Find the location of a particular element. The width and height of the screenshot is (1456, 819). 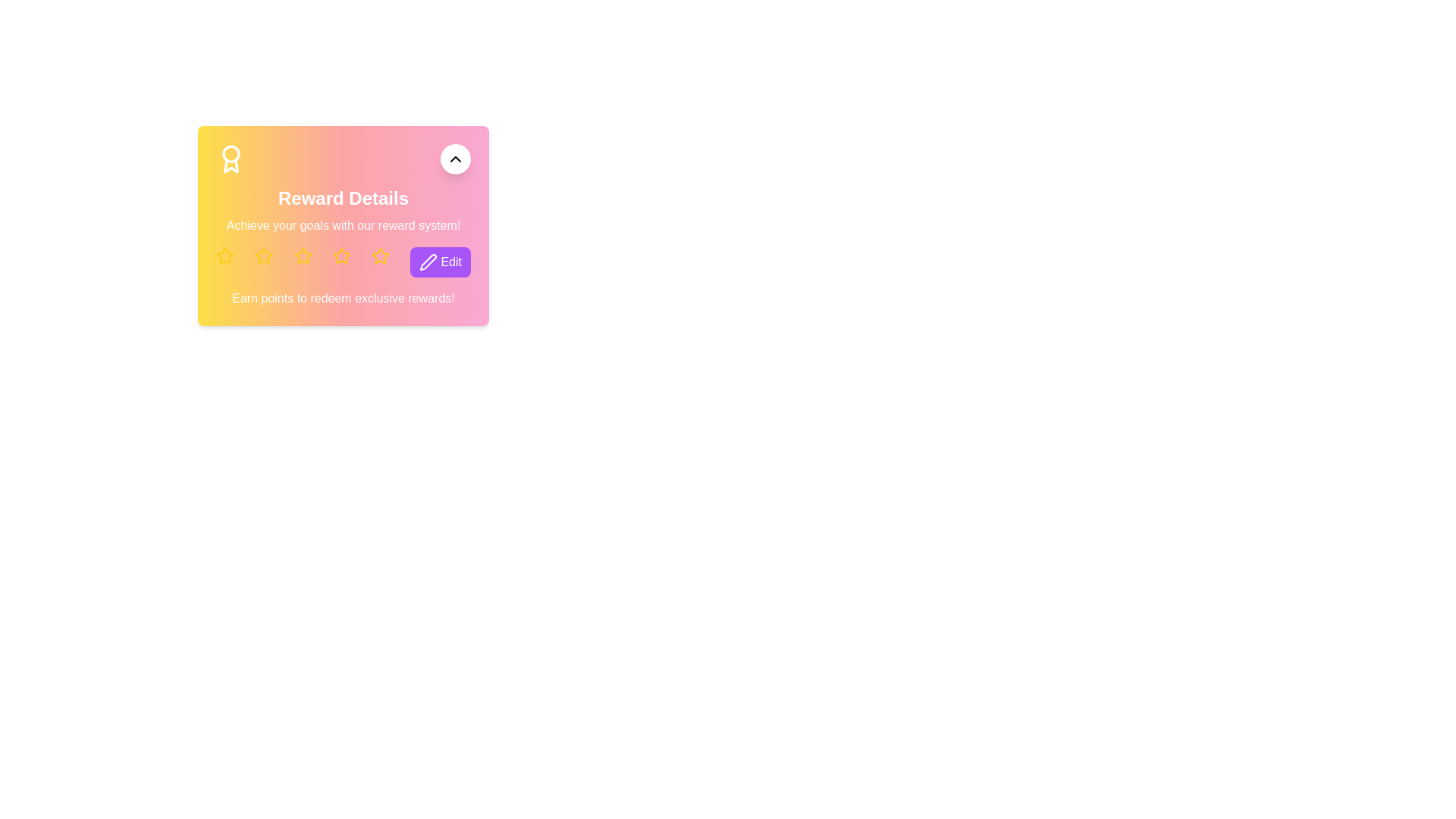

the 'Reward Details' Text Label, which is displayed in a bold, large white font with a gradient background transitioning from yellow to pink, positioned below the header section is located at coordinates (342, 198).